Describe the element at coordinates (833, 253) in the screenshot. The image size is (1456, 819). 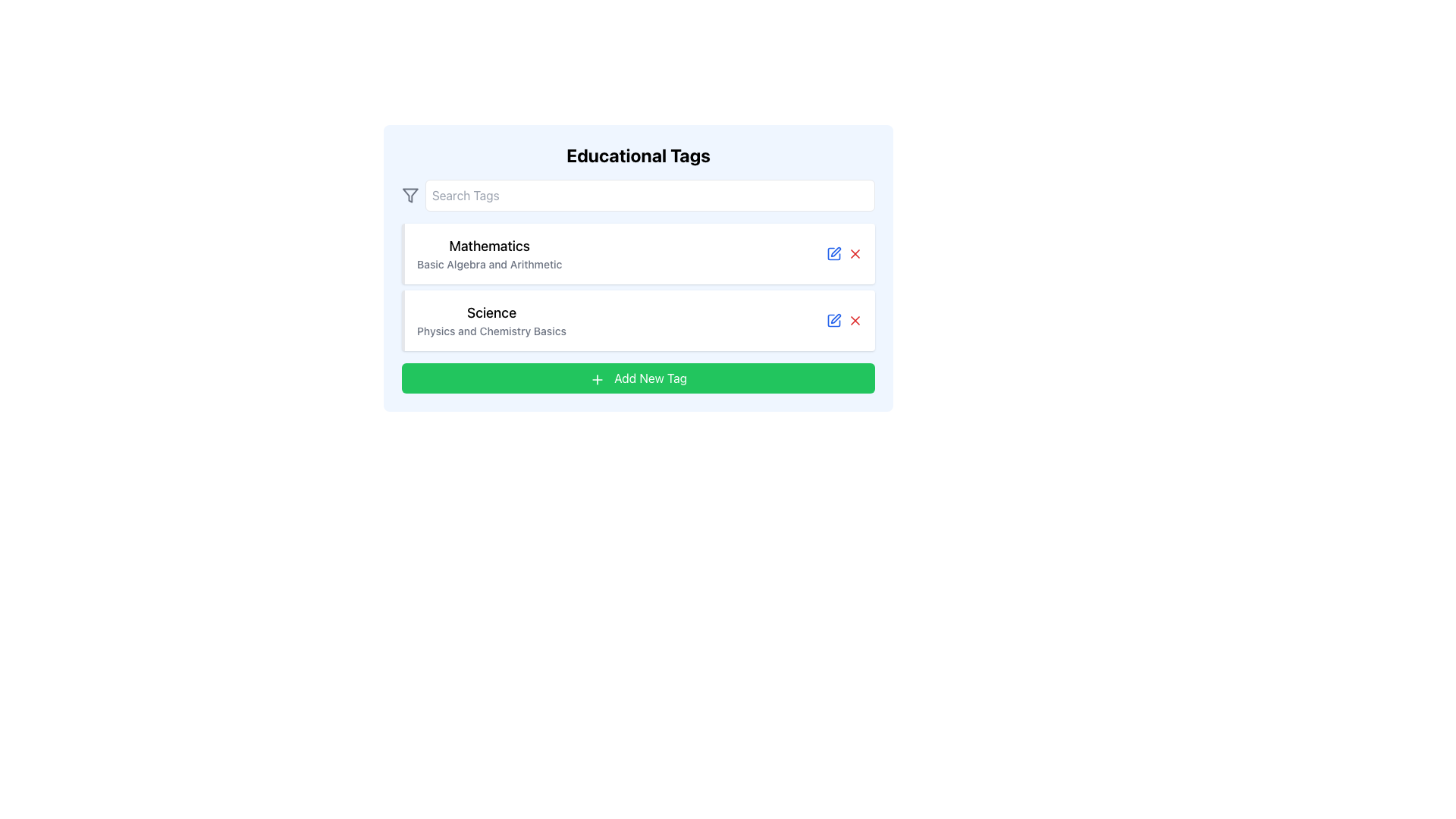
I see `the edit button for the 'Mathematics' tag` at that location.